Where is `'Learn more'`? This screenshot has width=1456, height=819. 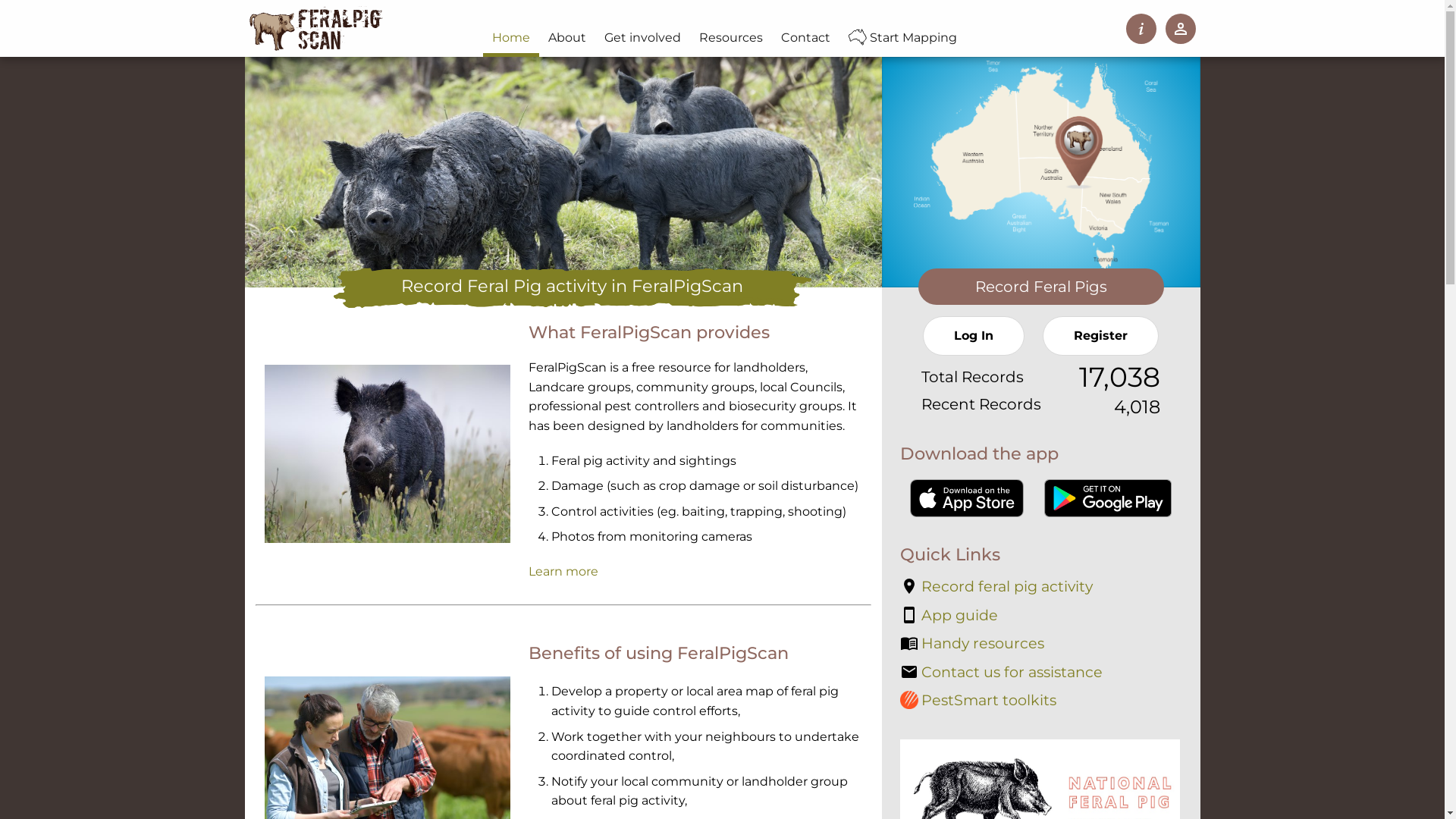
'Learn more' is located at coordinates (563, 571).